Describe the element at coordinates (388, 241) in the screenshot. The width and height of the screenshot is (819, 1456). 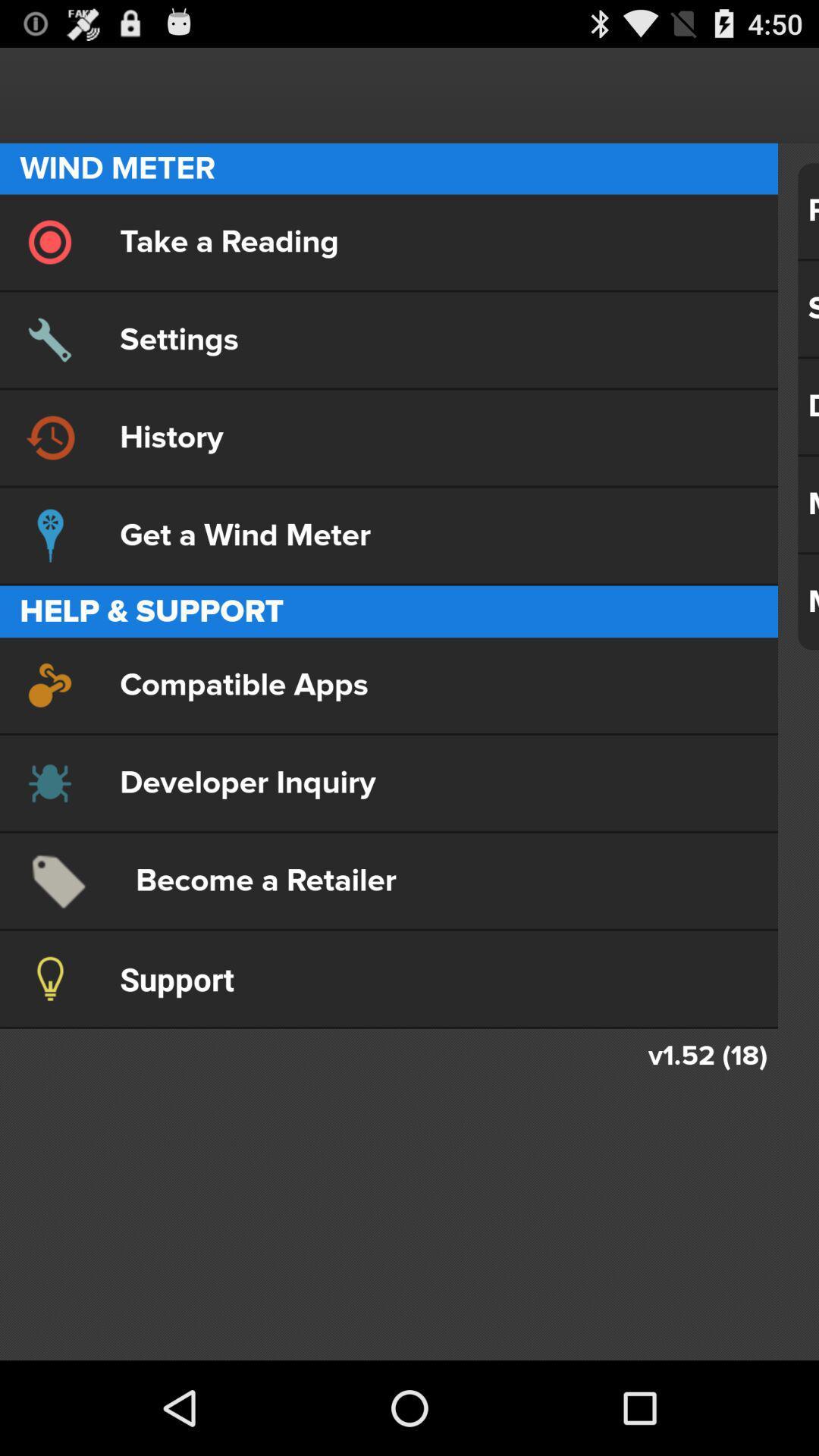
I see `the item below wind meter` at that location.